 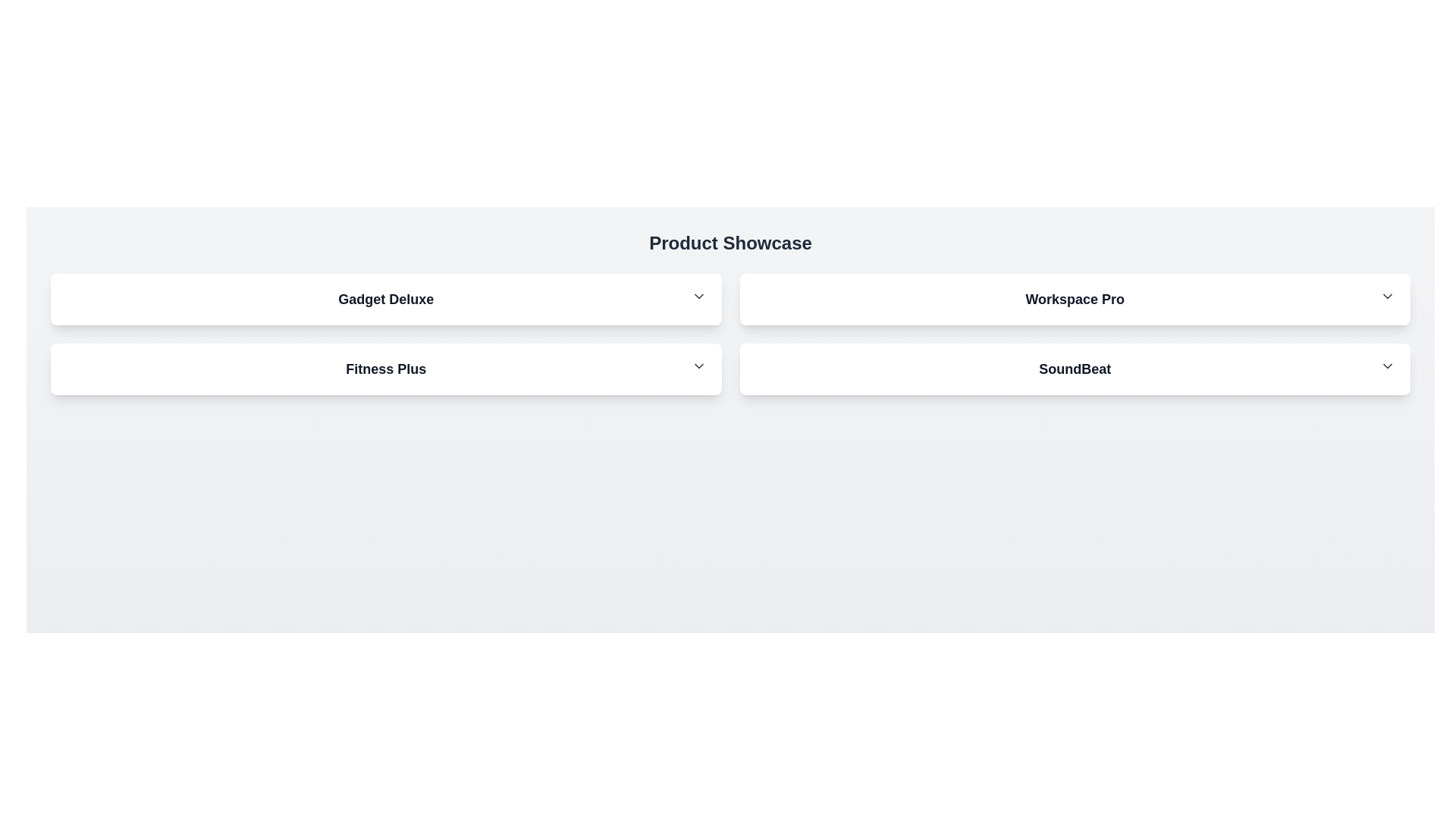 What do you see at coordinates (1387, 366) in the screenshot?
I see `the chevron-down icon located at the bottom-right corner of the SoundBeat button` at bounding box center [1387, 366].